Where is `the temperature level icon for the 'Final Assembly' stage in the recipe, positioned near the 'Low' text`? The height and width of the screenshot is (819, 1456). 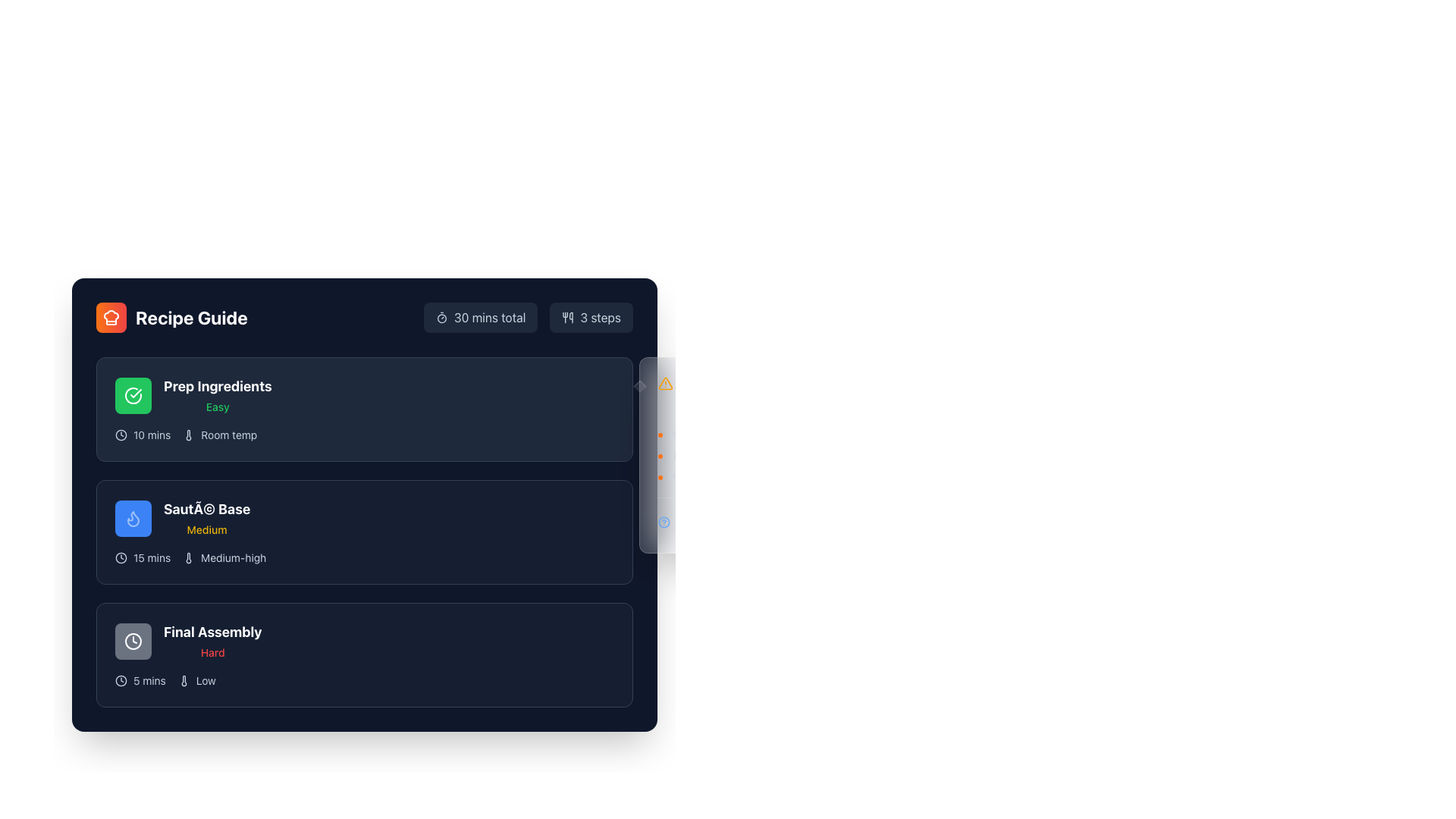
the temperature level icon for the 'Final Assembly' stage in the recipe, positioned near the 'Low' text is located at coordinates (183, 680).